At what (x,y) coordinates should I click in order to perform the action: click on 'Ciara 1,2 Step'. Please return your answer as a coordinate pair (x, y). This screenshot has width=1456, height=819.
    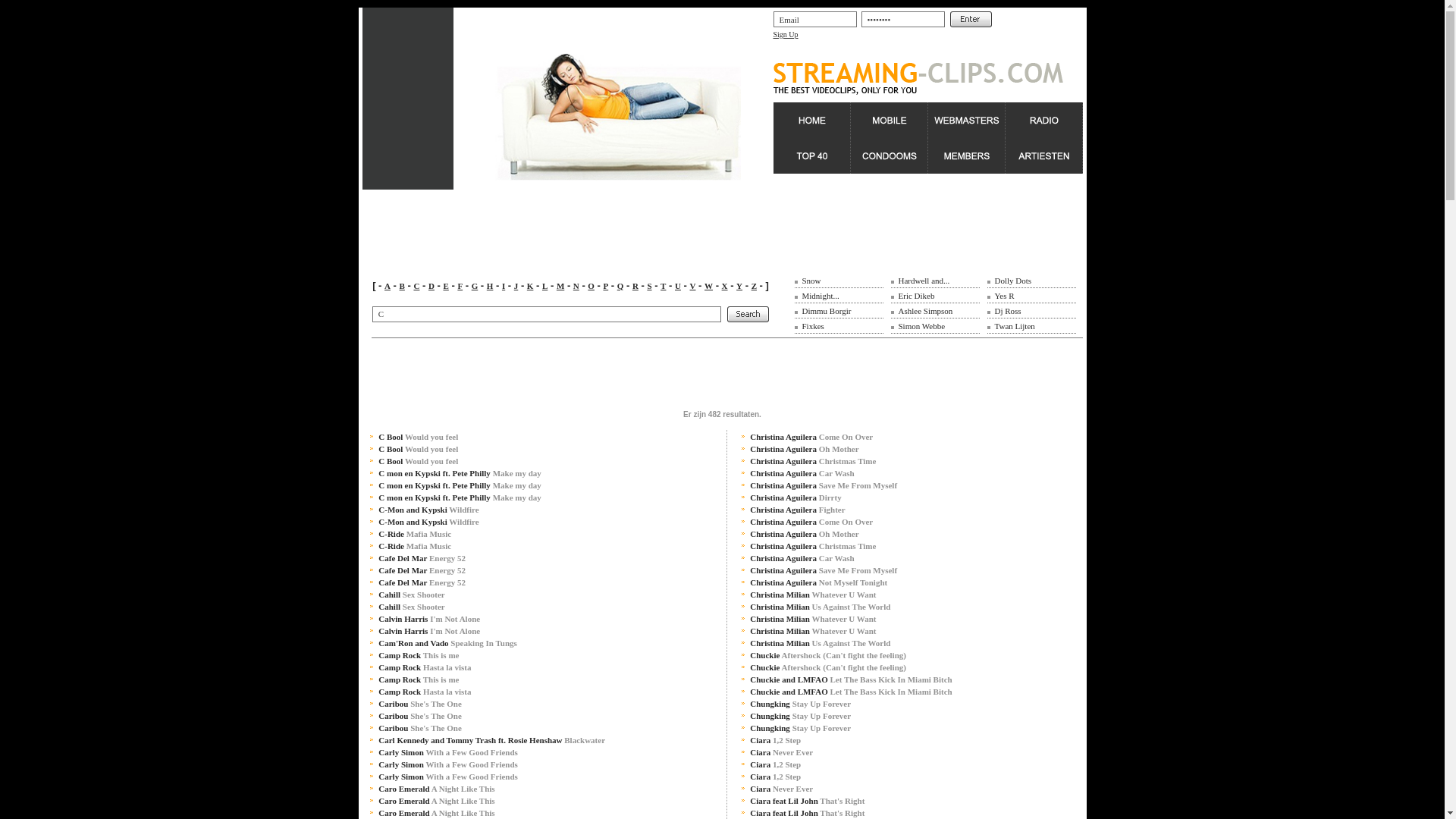
    Looking at the image, I should click on (775, 776).